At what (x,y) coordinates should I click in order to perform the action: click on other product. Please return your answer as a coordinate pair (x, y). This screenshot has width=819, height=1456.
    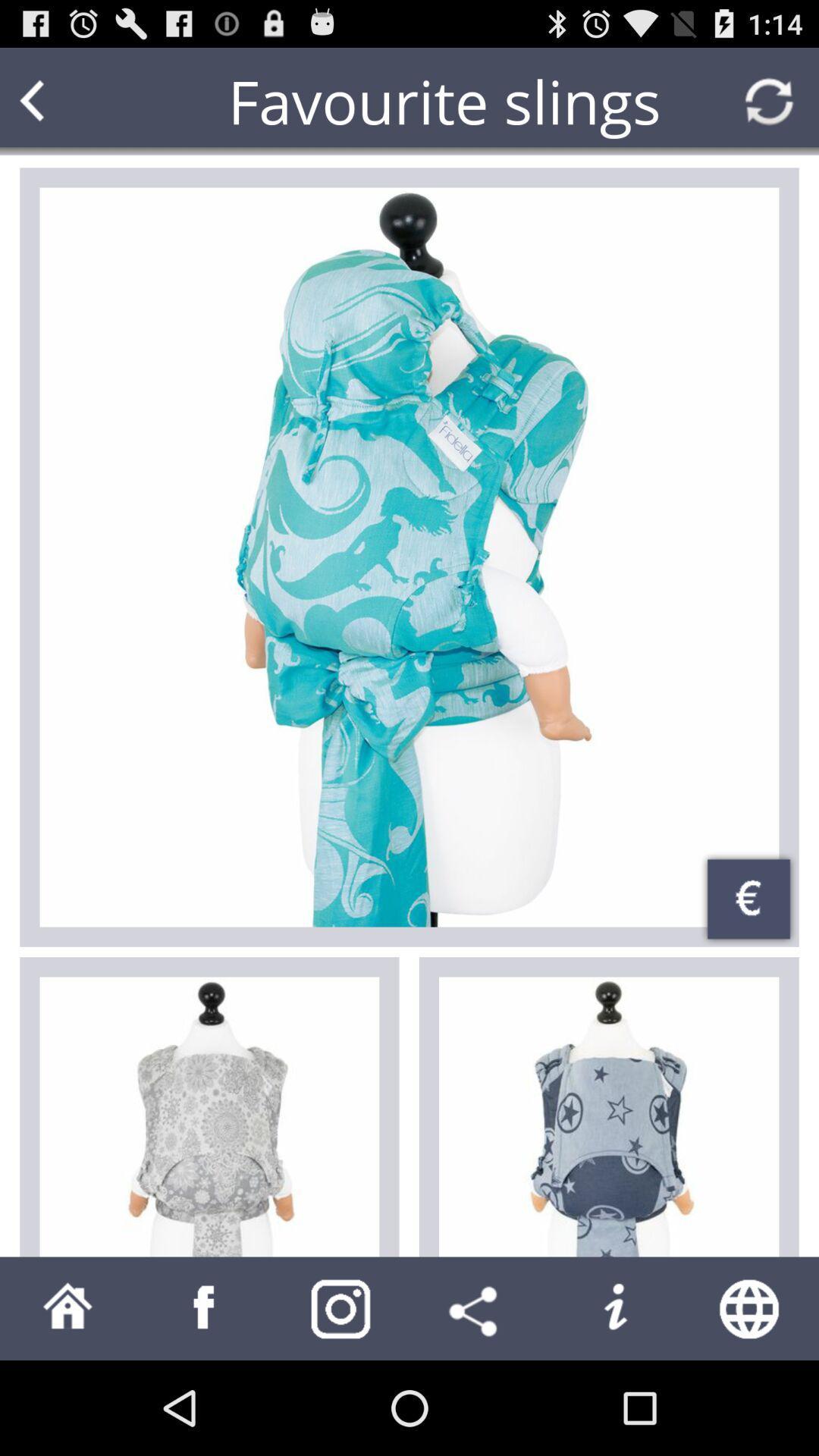
    Looking at the image, I should click on (608, 1117).